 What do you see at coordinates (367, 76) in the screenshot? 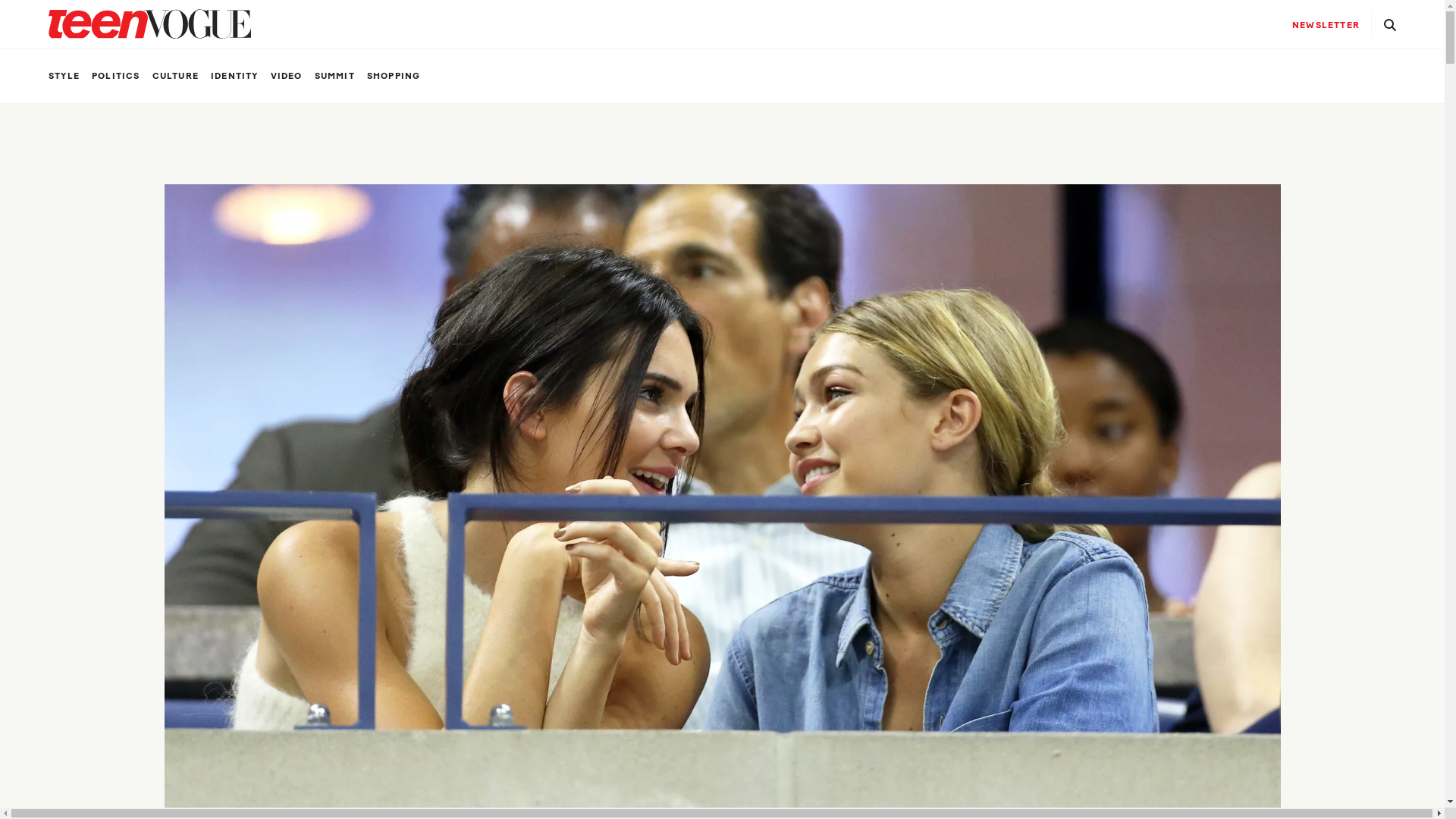
I see `'SHOPPING'` at bounding box center [367, 76].